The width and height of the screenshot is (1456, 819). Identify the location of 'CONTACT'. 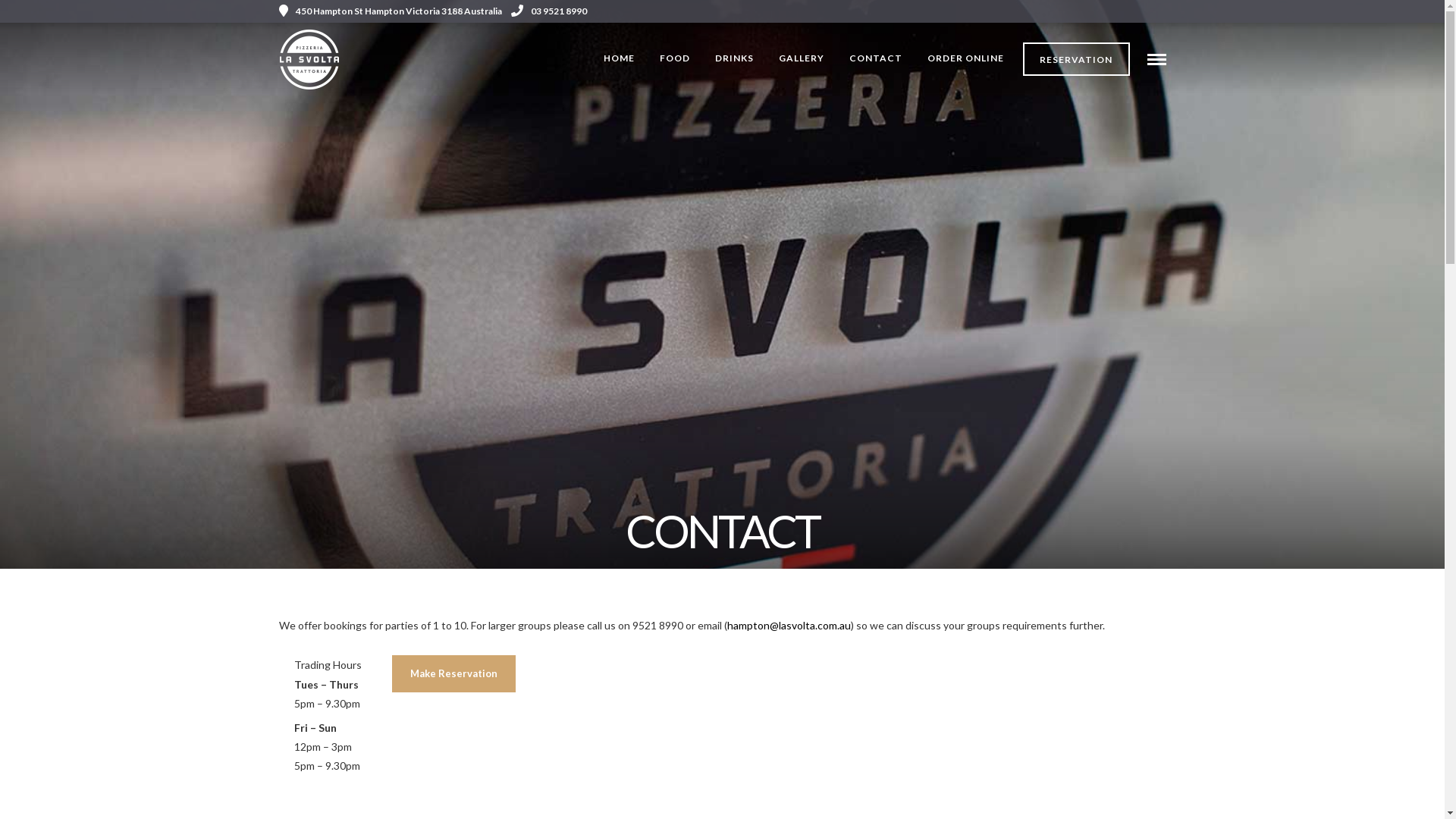
(876, 58).